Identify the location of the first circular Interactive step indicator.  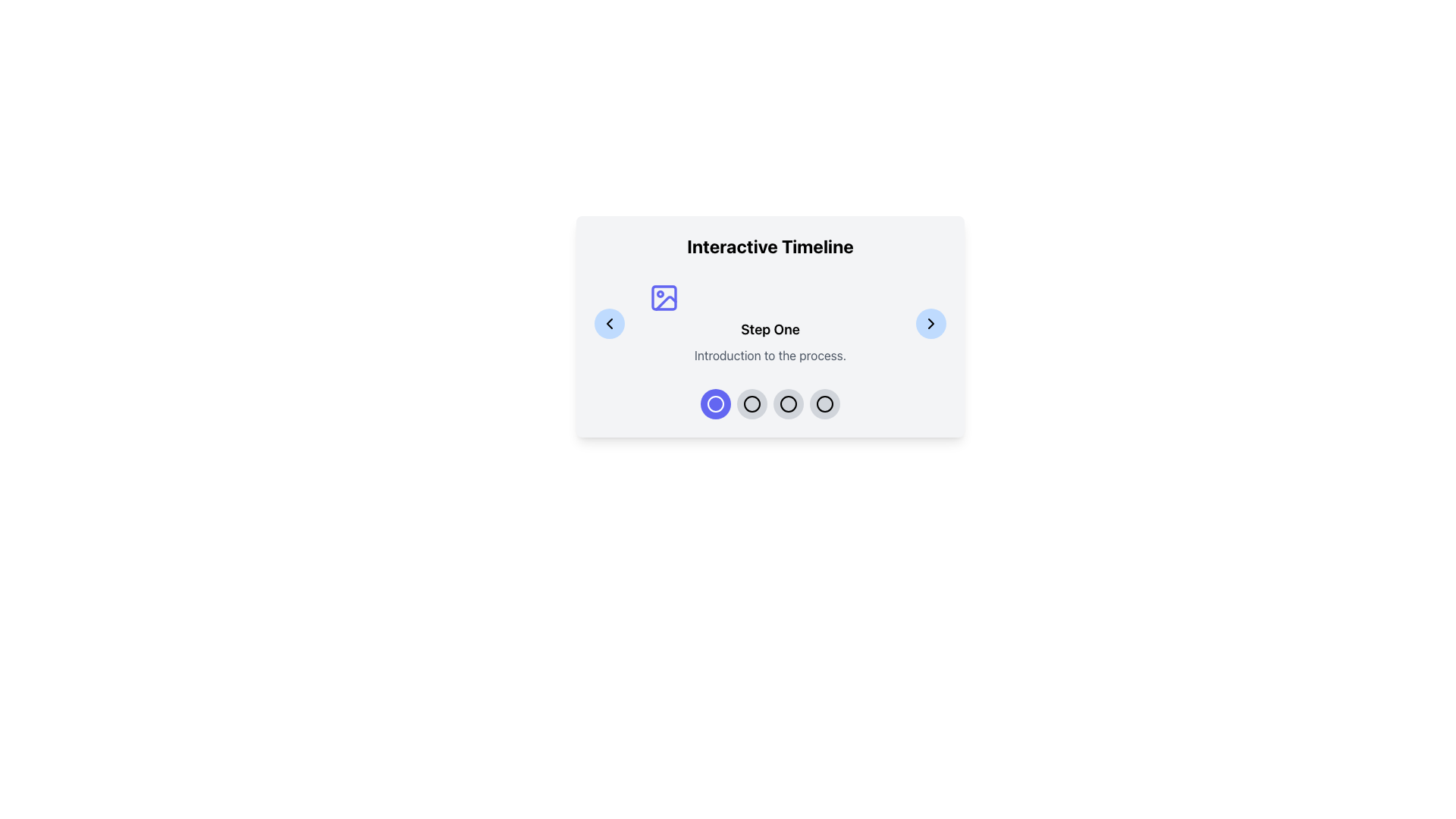
(715, 403).